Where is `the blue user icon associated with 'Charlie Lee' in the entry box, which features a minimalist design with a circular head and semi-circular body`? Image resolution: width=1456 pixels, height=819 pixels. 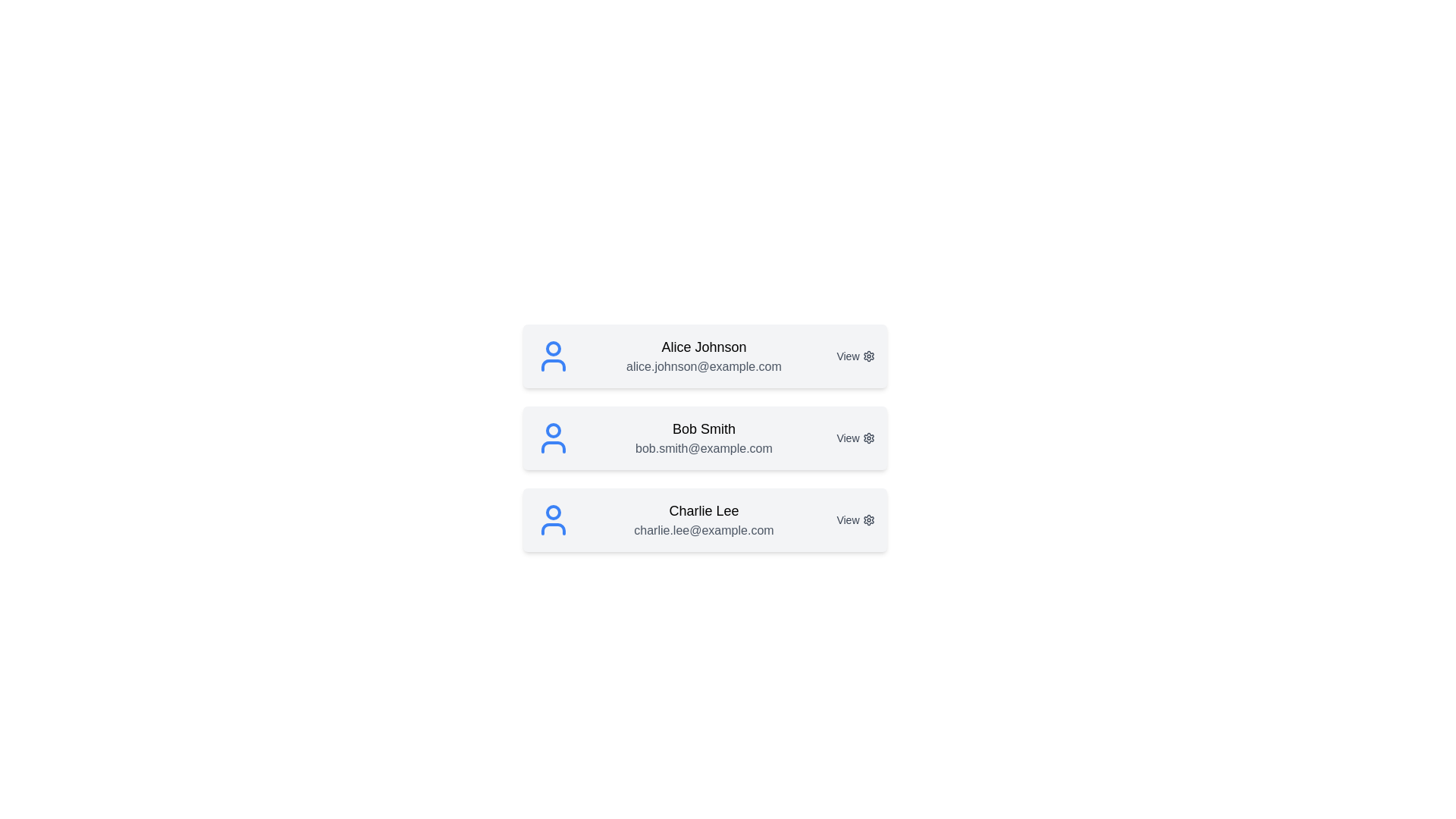 the blue user icon associated with 'Charlie Lee' in the entry box, which features a minimalist design with a circular head and semi-circular body is located at coordinates (552, 519).